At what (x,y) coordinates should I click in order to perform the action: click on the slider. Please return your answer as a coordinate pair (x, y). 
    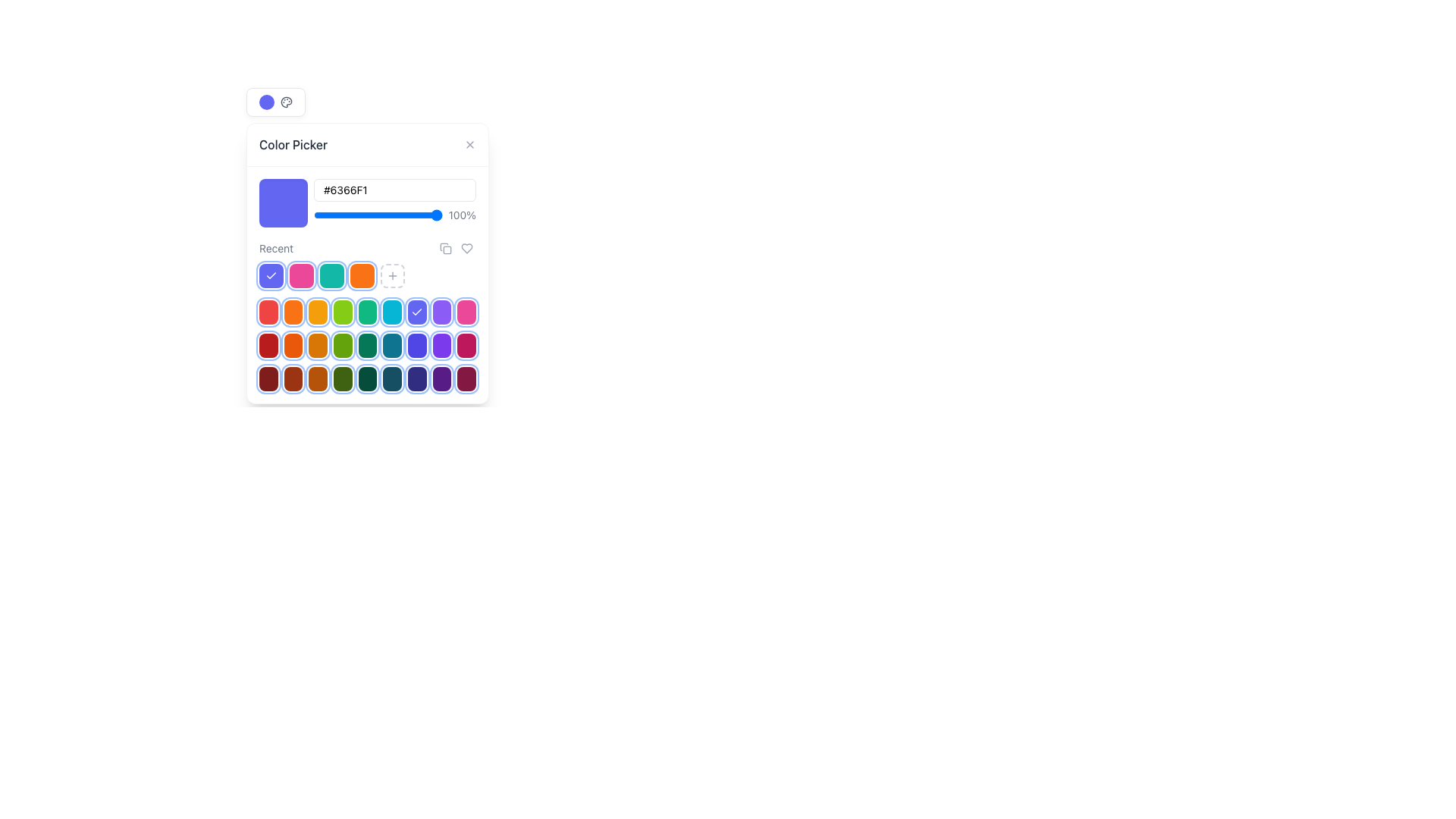
    Looking at the image, I should click on (384, 215).